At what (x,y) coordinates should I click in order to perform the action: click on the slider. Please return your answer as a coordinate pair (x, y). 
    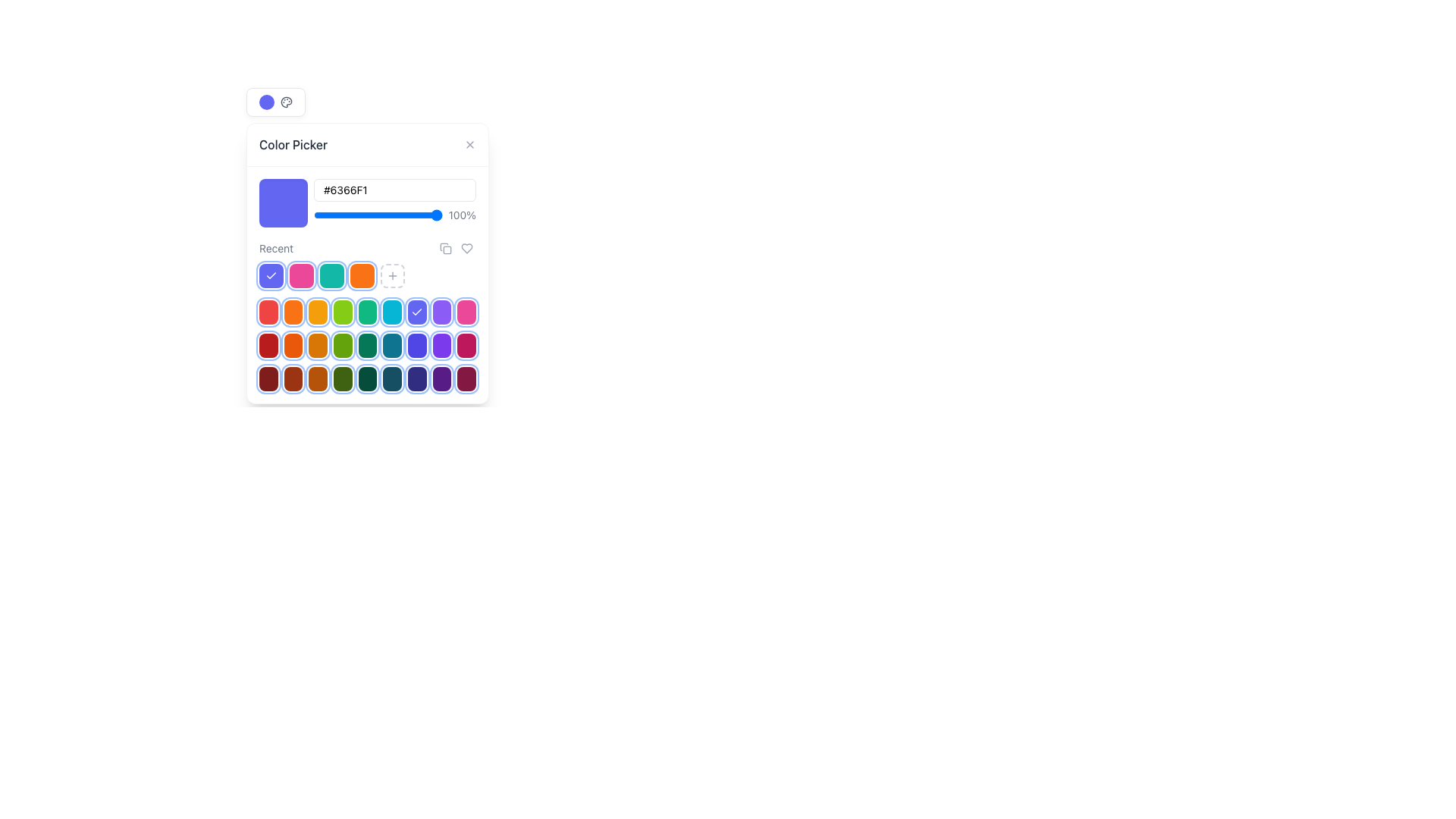
    Looking at the image, I should click on (384, 215).